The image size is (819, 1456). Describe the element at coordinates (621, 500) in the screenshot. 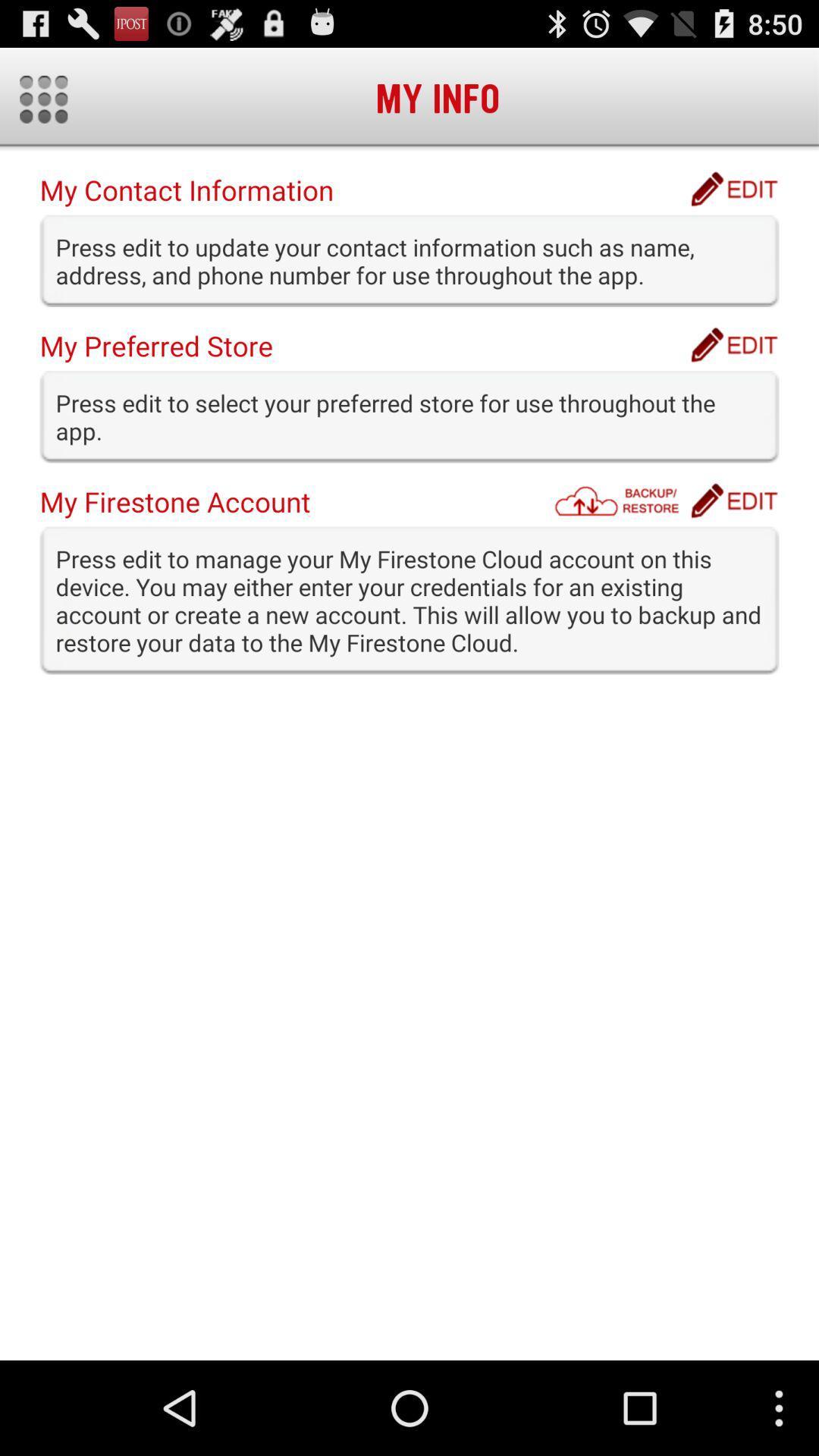

I see `app next to my firestone account icon` at that location.